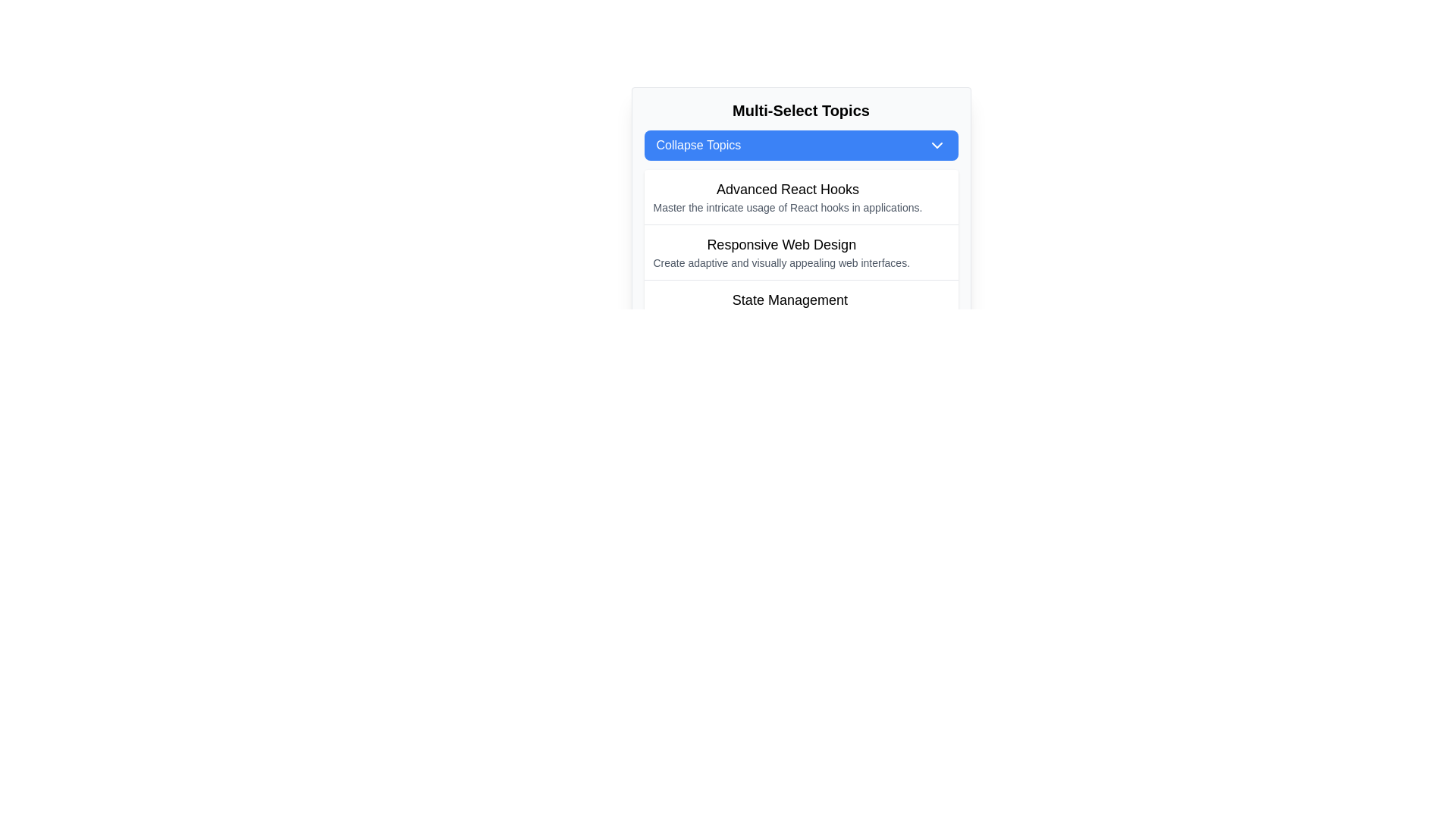 The height and width of the screenshot is (819, 1456). What do you see at coordinates (787, 196) in the screenshot?
I see `the first list item under the 'Multi-Select Topics' section` at bounding box center [787, 196].